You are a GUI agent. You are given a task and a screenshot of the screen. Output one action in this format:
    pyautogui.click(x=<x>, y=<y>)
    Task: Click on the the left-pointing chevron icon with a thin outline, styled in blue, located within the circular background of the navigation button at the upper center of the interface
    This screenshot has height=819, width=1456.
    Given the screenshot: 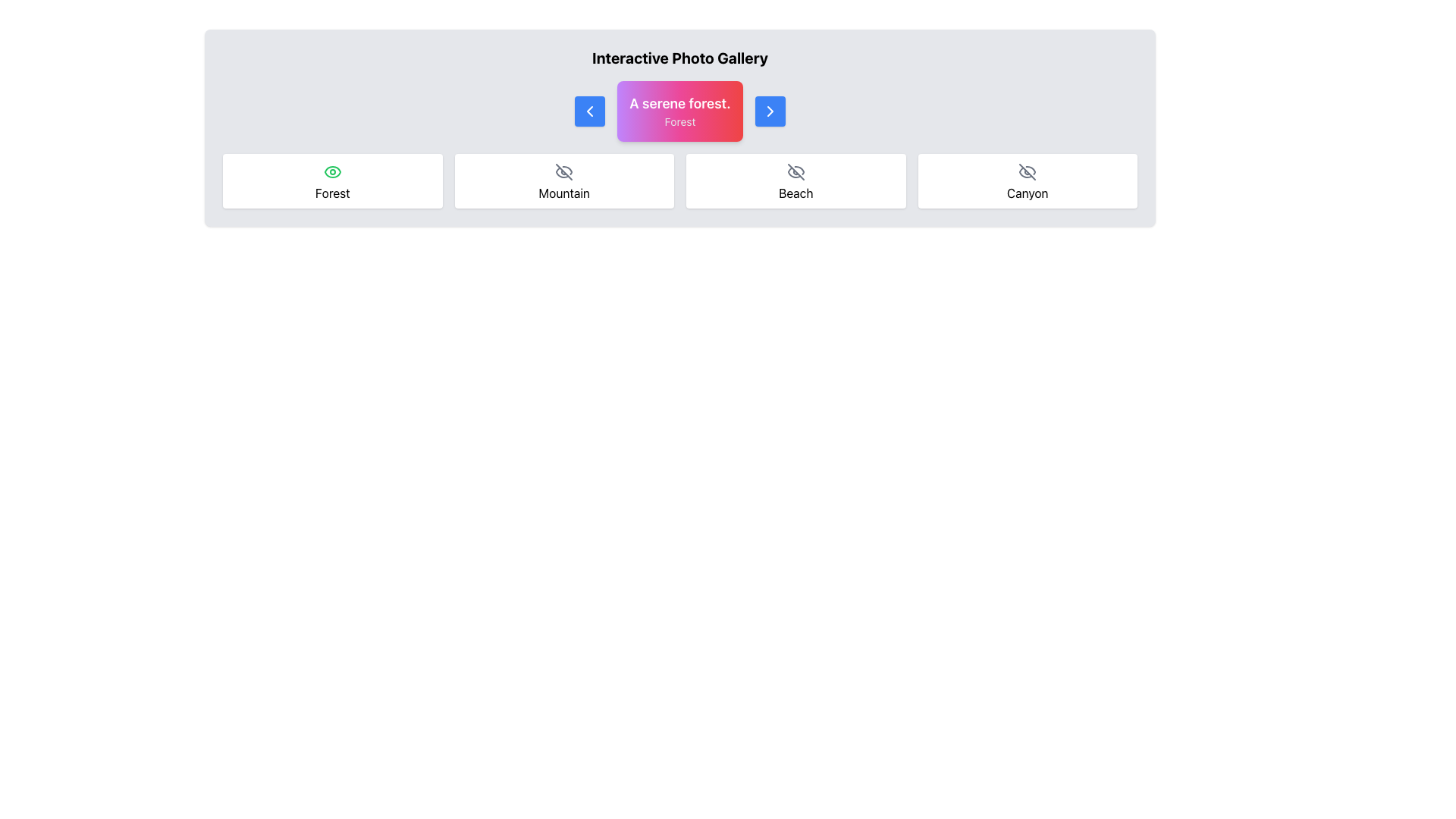 What is the action you would take?
    pyautogui.click(x=589, y=110)
    